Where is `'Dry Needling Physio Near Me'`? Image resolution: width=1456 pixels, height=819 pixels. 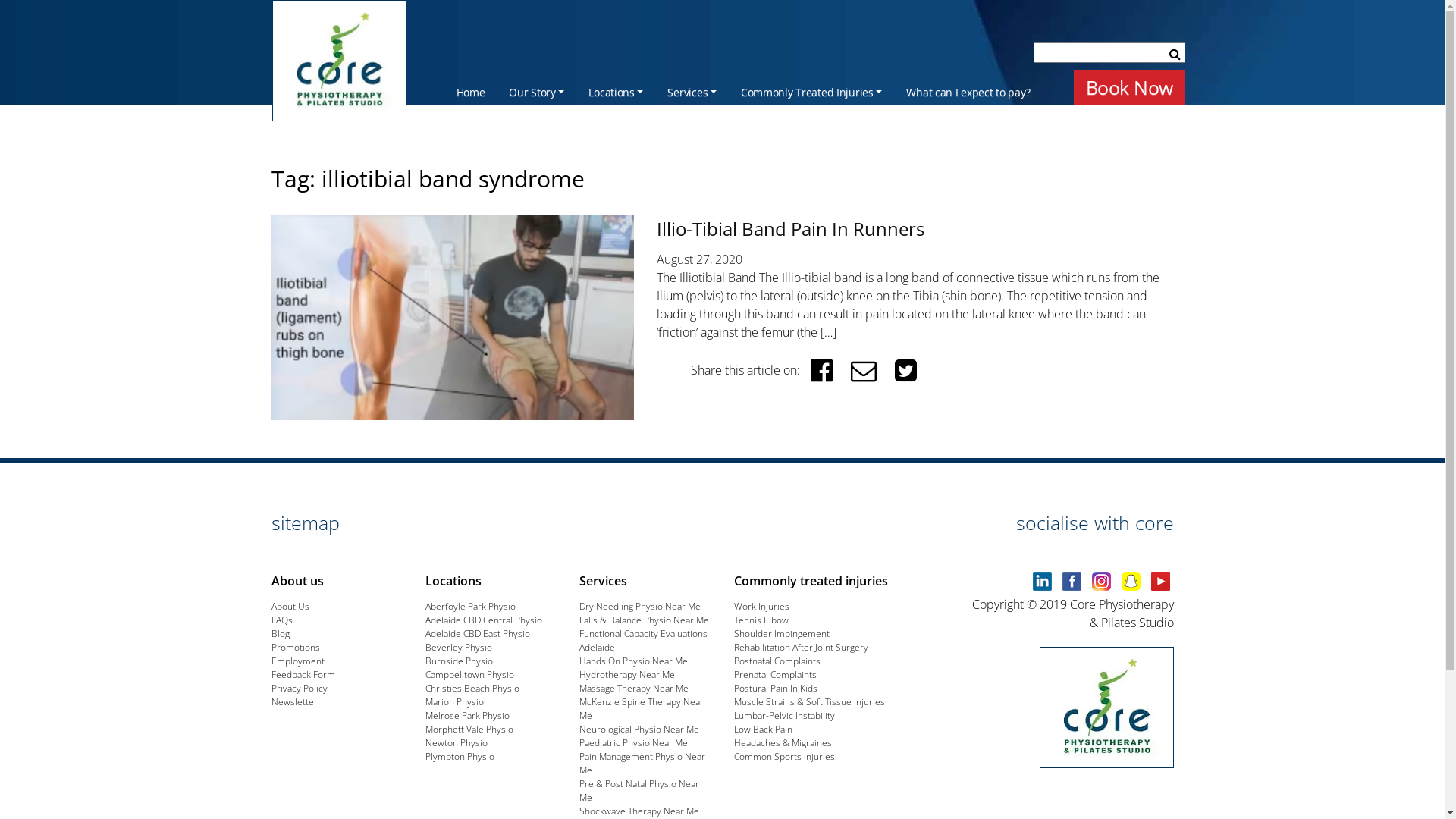
'Dry Needling Physio Near Me' is located at coordinates (640, 605).